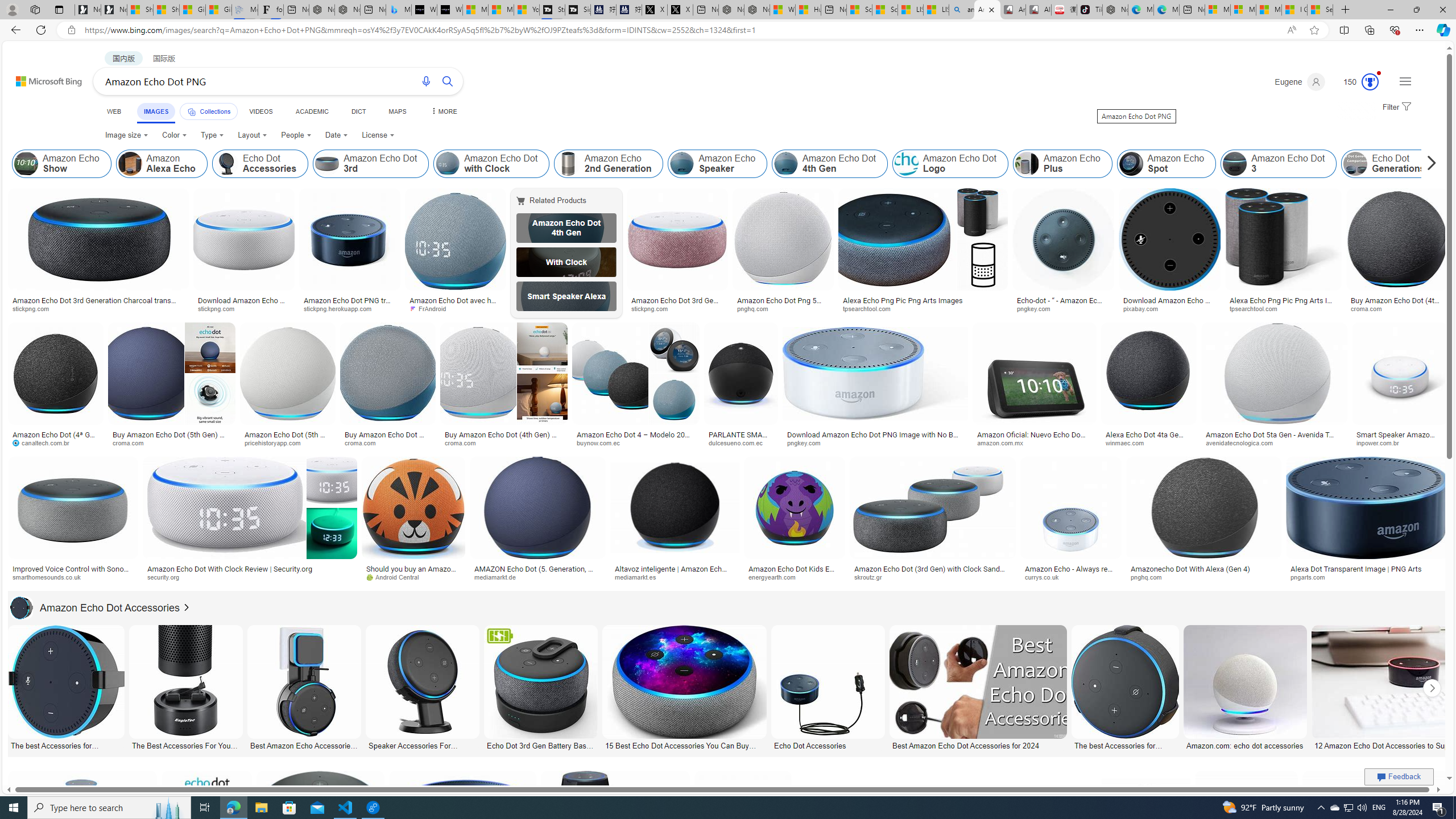 The width and height of the screenshot is (1456, 819). I want to click on 'Class: outer-circle-animation', so click(1370, 81).